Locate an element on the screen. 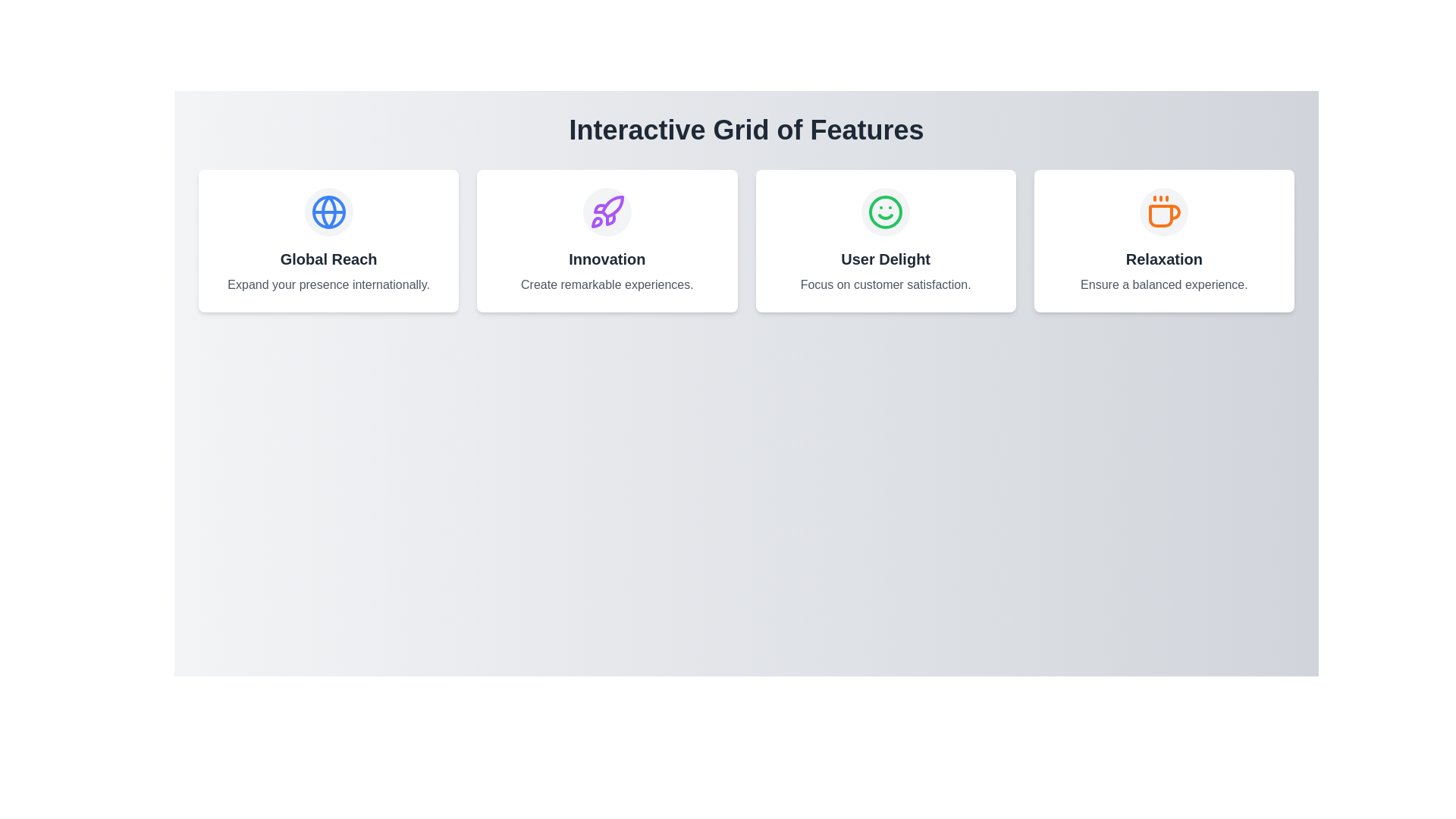  'User Delight' icon, which visually conveys positivity and satisfaction, if it is interactive is located at coordinates (886, 212).